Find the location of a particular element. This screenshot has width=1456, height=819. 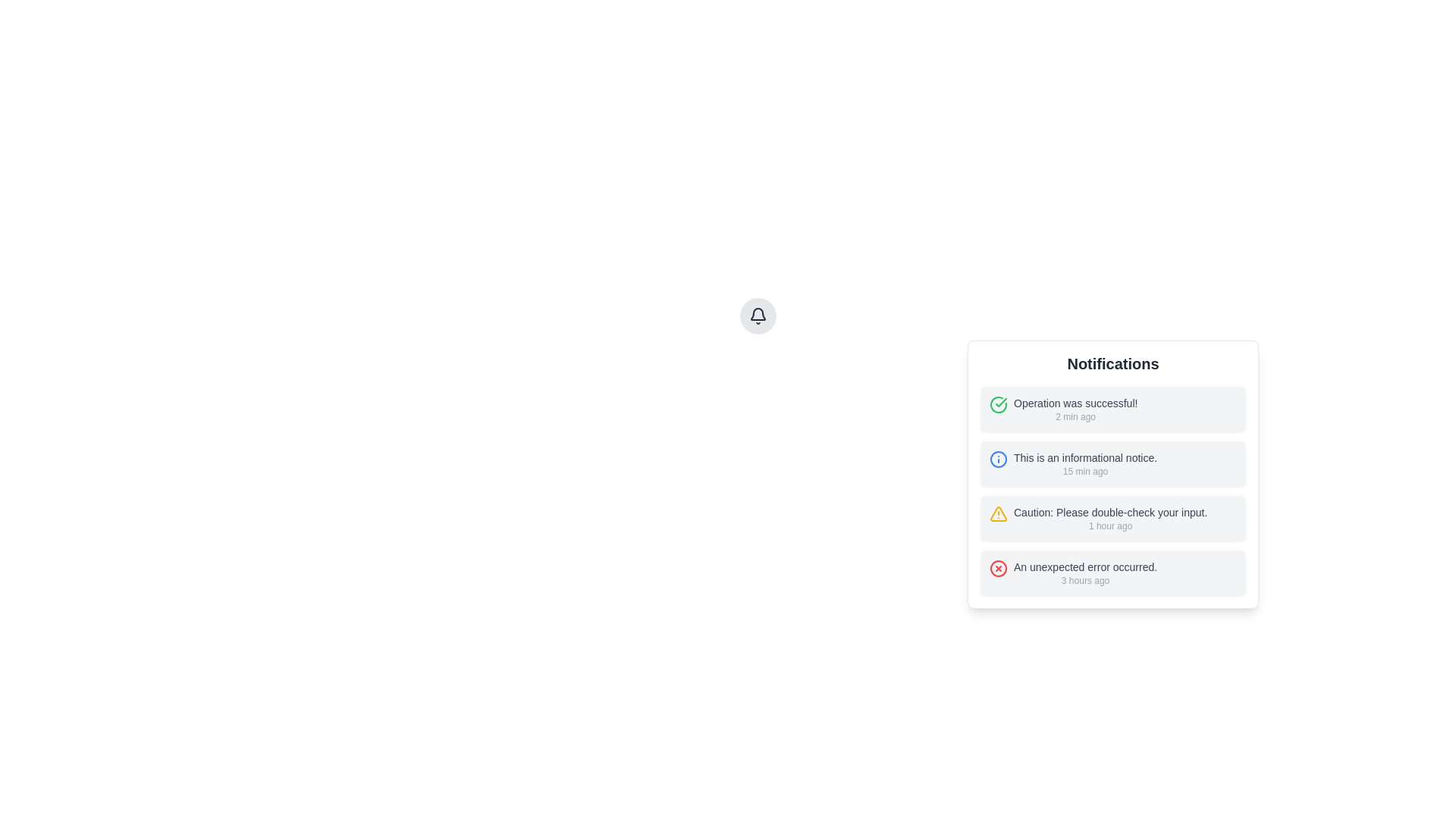

the second entry in the notifications list, which provides an informational notice about a specific event or status is located at coordinates (1084, 463).